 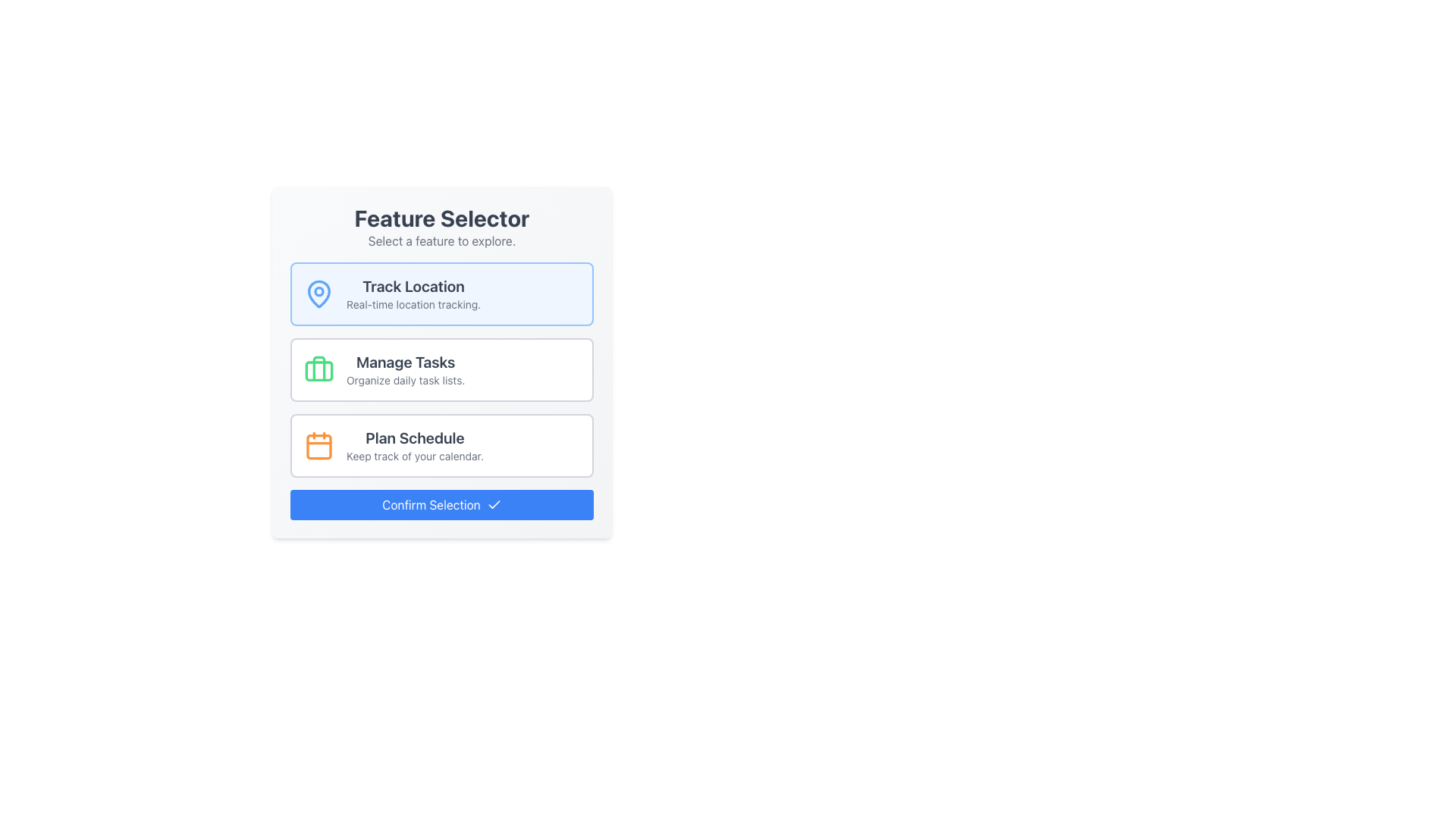 What do you see at coordinates (415, 438) in the screenshot?
I see `the 'Plan Schedule' title text label, which is located in the third rectangular feature selector box from the top, positioned above the supplementary text 'Keep track of your calendar.' and next to an orange calendar icon` at bounding box center [415, 438].